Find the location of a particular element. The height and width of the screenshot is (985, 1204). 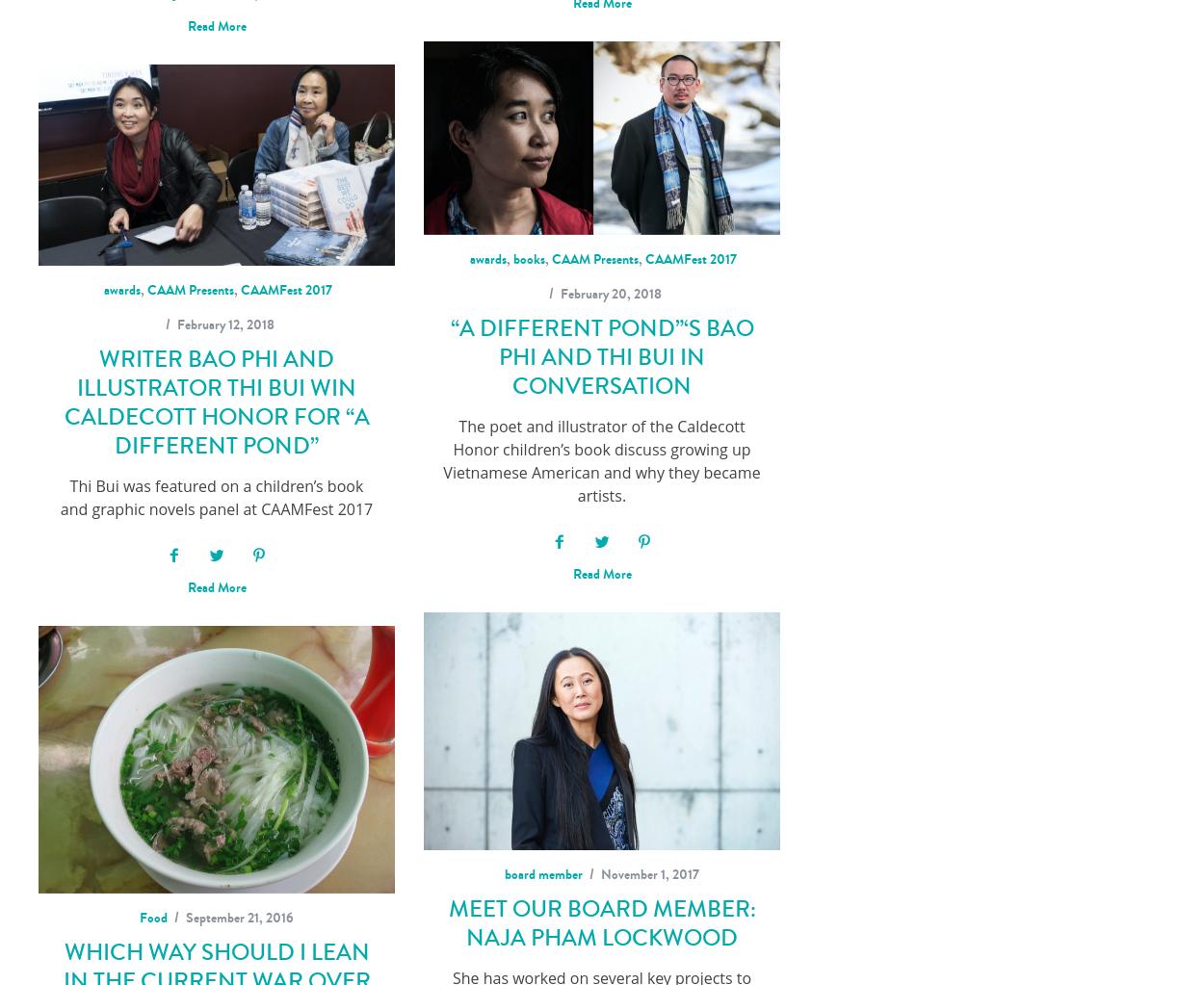

'February 20, 2018' is located at coordinates (611, 292).